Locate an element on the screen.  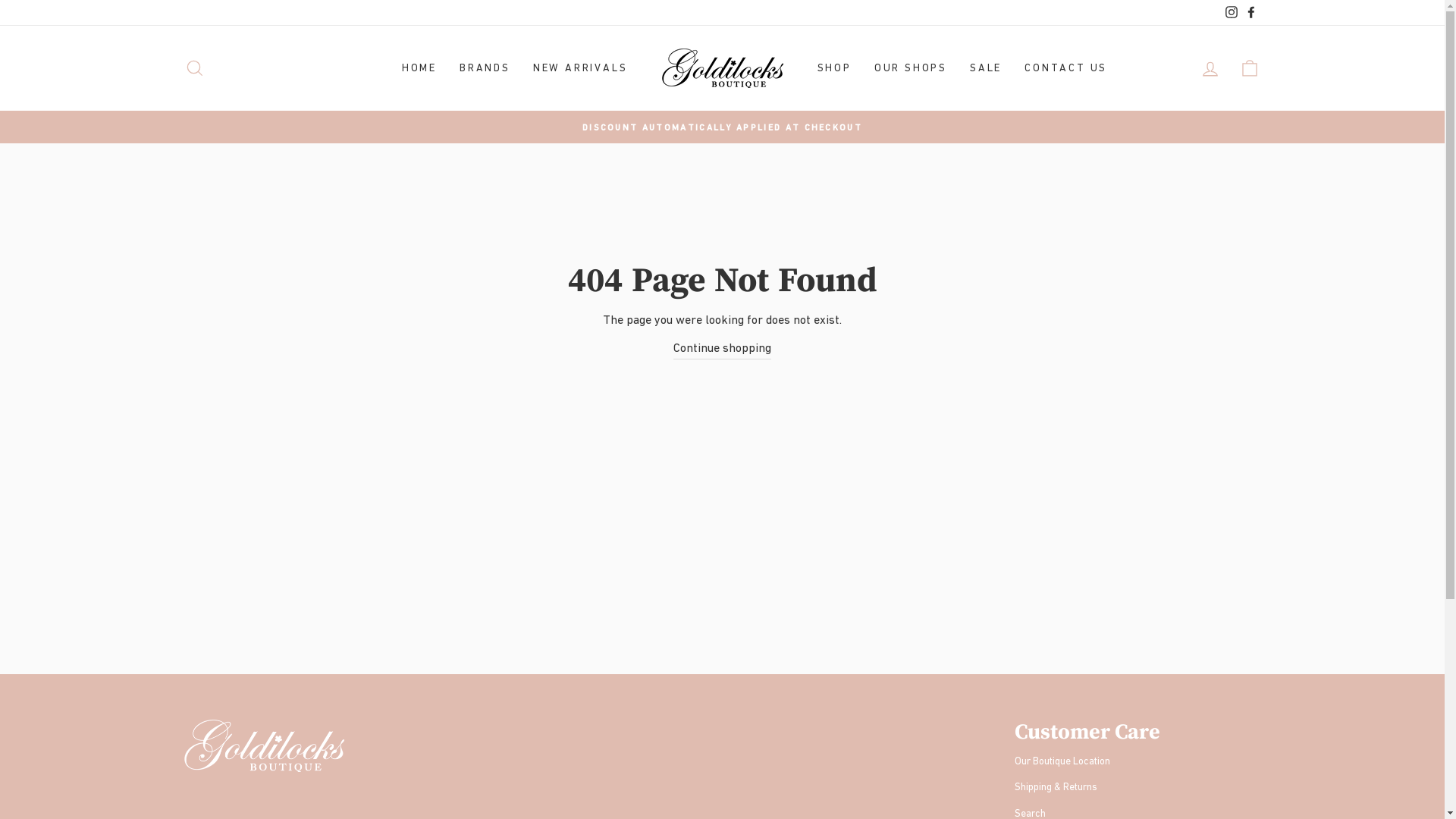
'CONTACT US' is located at coordinates (1065, 68).